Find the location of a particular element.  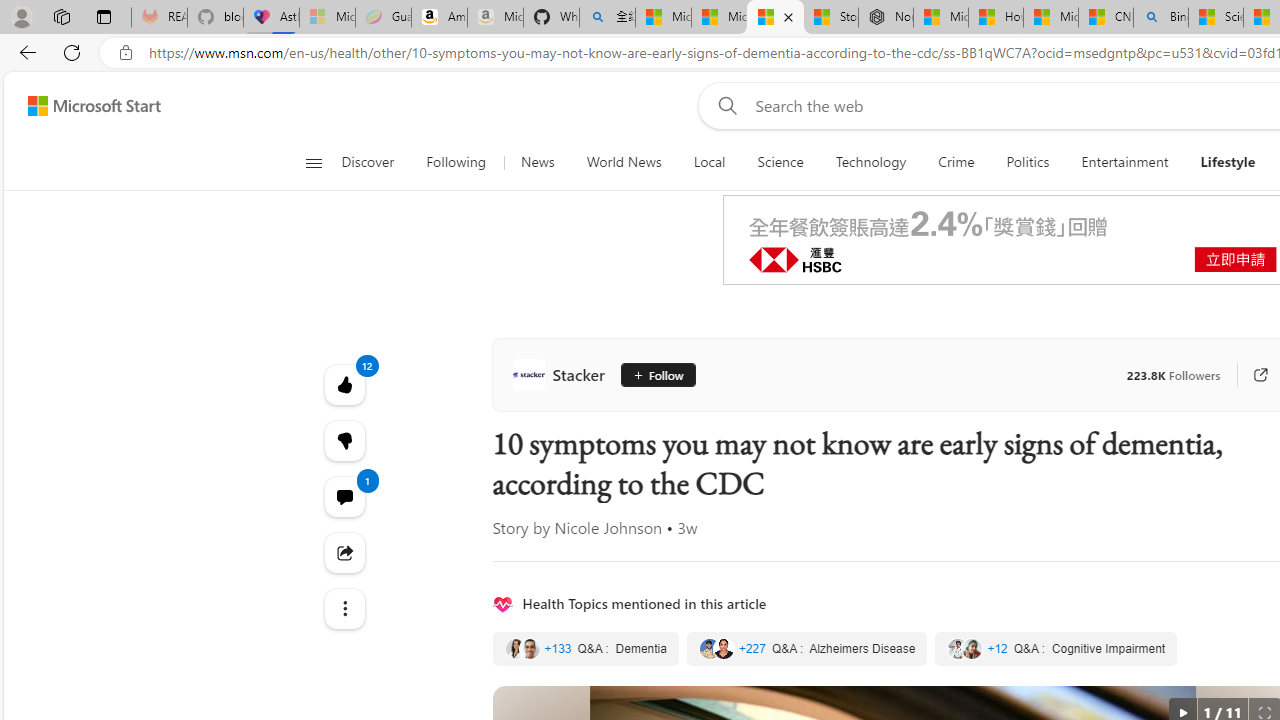

'Class: quote-thumbnail' is located at coordinates (972, 649).